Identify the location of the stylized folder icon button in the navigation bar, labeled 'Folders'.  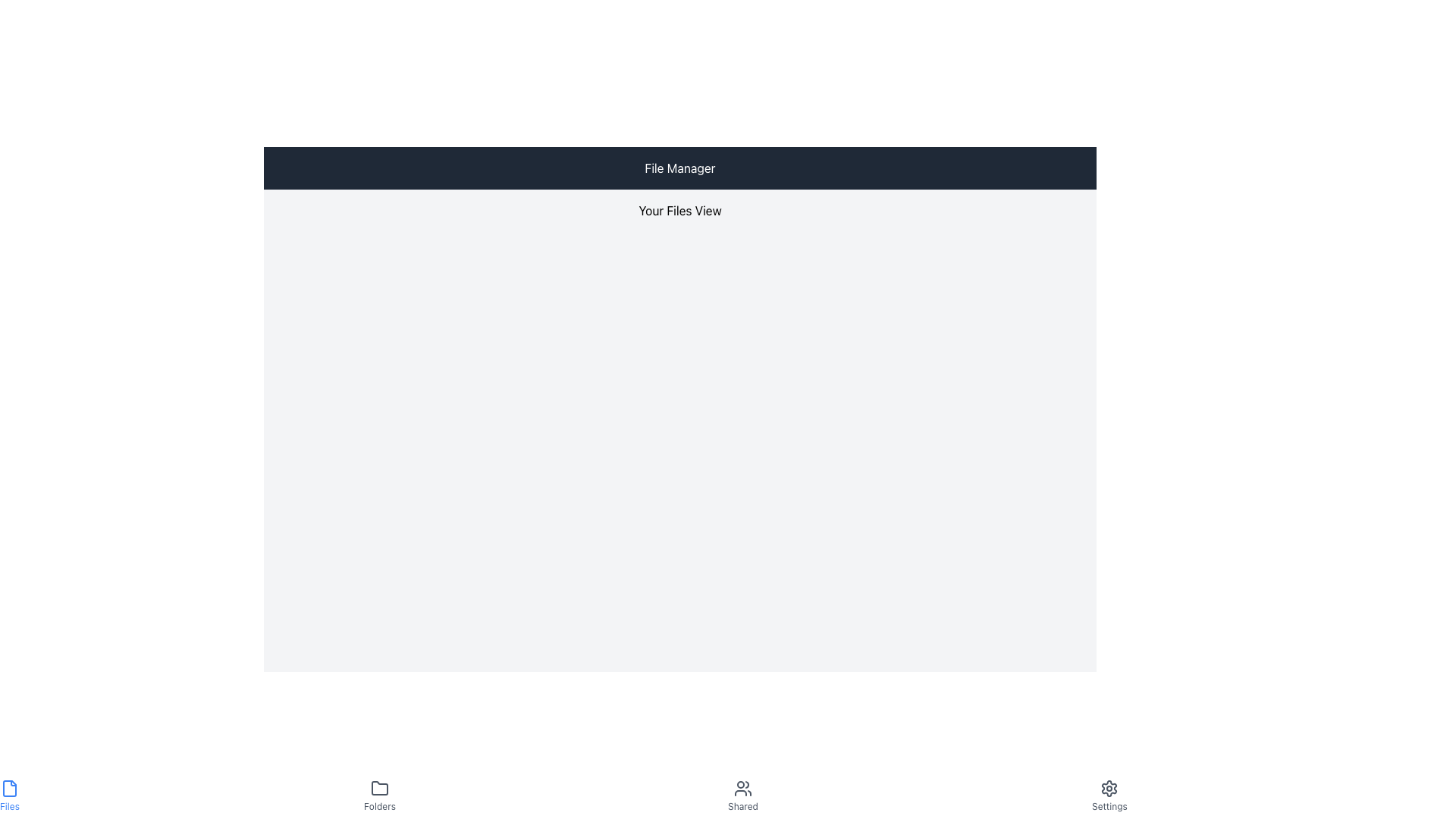
(379, 787).